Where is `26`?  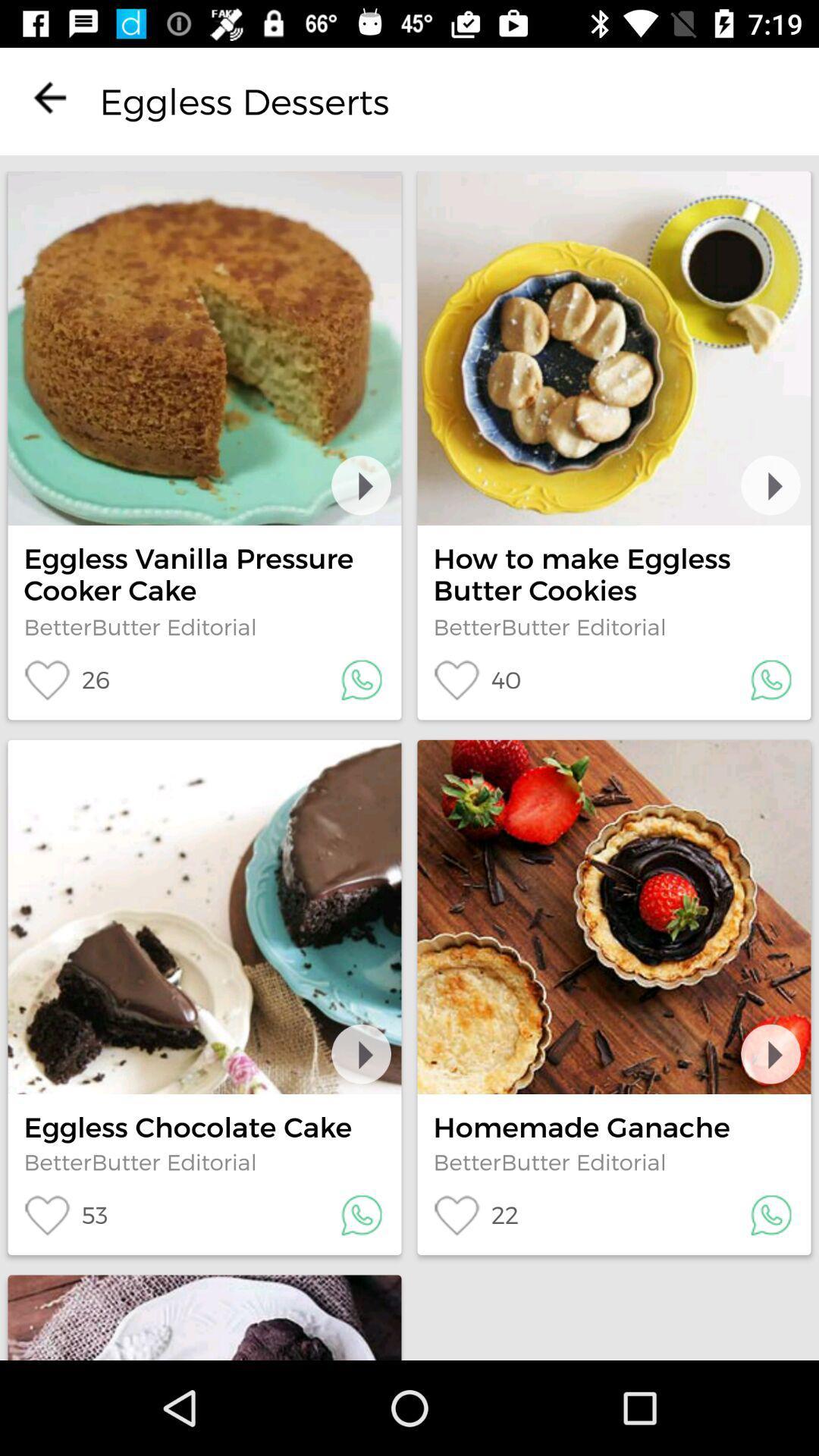 26 is located at coordinates (66, 679).